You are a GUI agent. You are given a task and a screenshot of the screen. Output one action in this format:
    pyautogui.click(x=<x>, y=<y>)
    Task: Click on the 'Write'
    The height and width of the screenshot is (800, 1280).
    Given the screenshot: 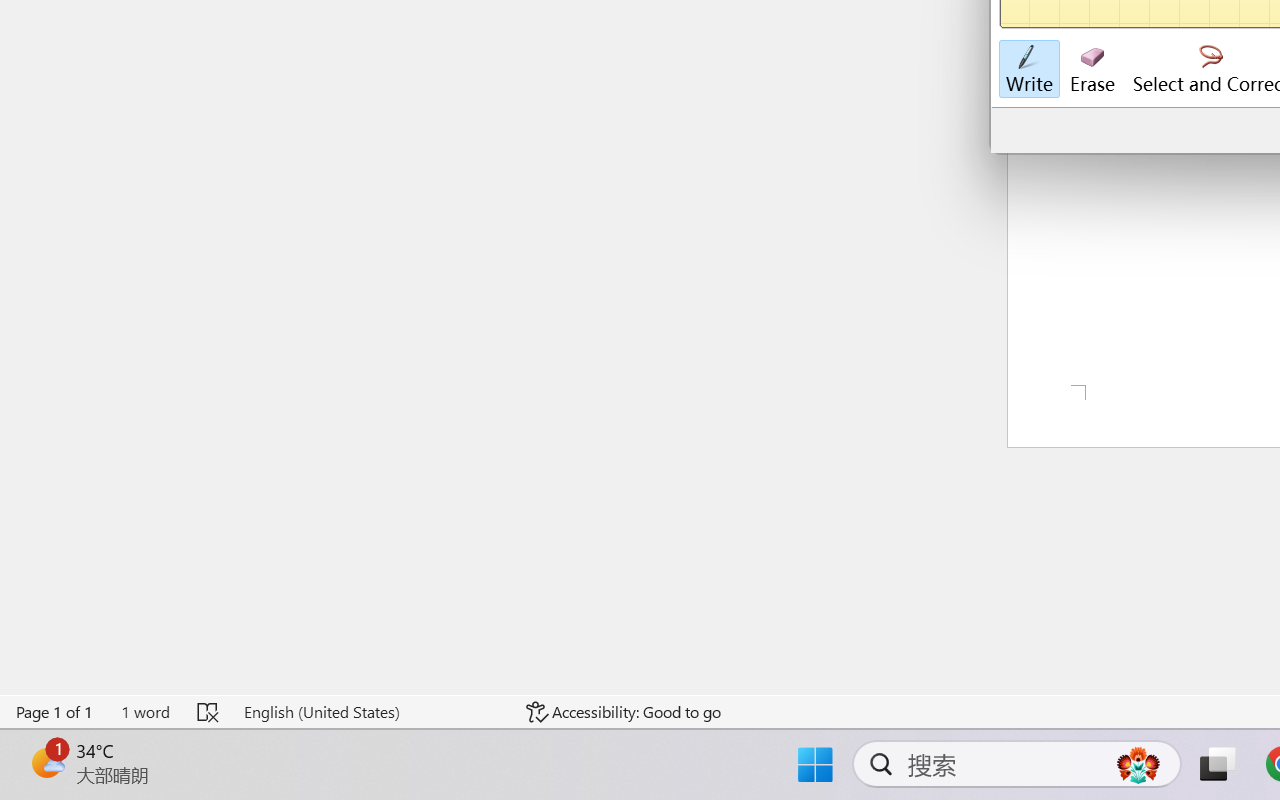 What is the action you would take?
    pyautogui.click(x=1029, y=69)
    